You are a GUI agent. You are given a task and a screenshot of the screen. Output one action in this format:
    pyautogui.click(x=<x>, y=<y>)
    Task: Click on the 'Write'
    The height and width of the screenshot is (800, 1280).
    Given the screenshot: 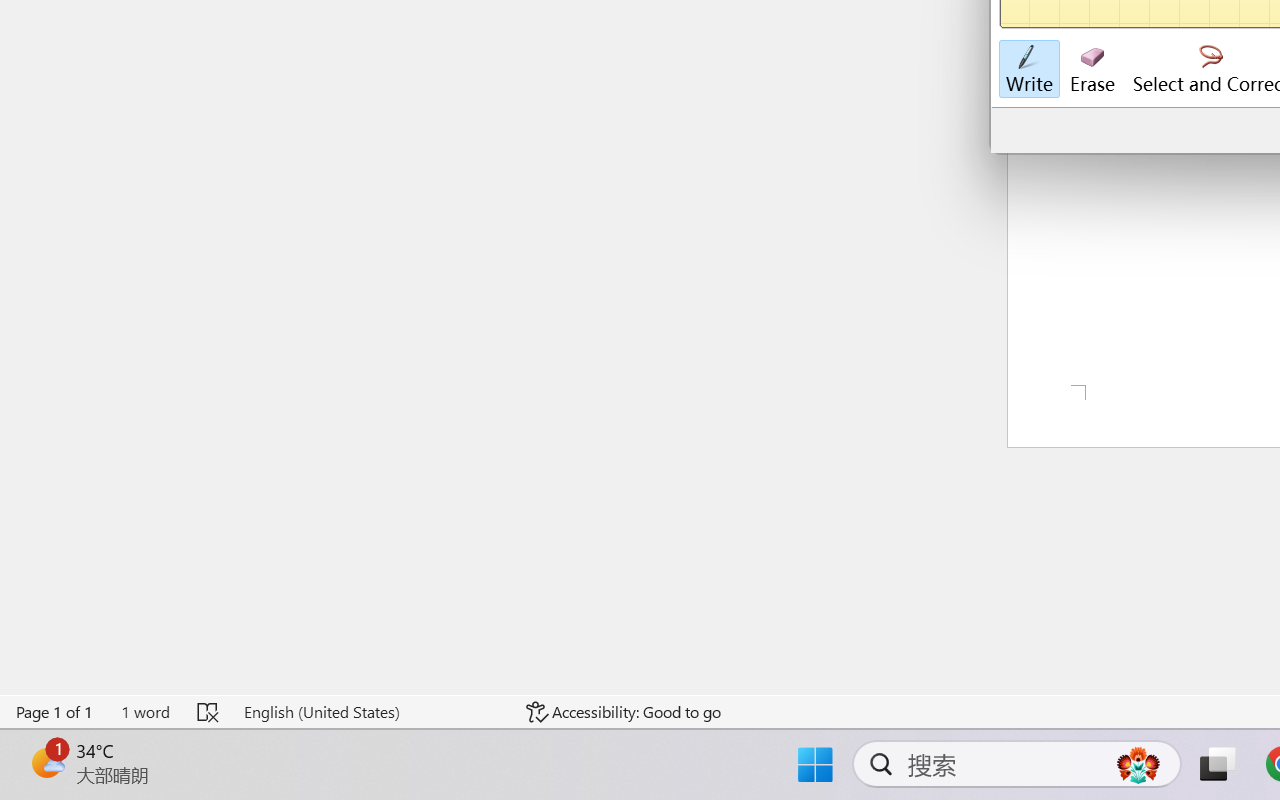 What is the action you would take?
    pyautogui.click(x=1029, y=69)
    